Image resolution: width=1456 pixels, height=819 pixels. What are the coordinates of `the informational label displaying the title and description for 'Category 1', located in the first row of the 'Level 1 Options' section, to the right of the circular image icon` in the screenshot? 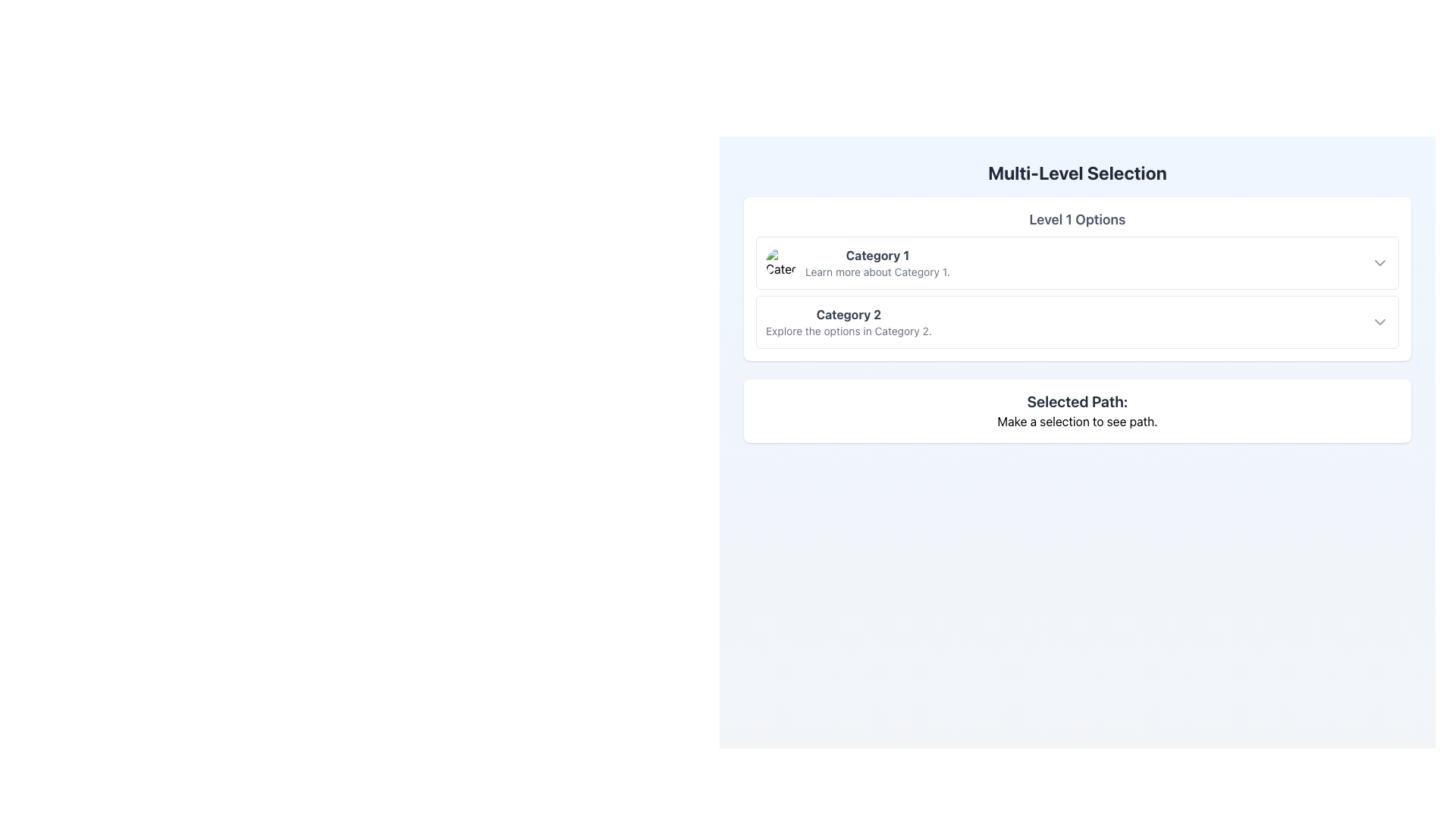 It's located at (877, 262).